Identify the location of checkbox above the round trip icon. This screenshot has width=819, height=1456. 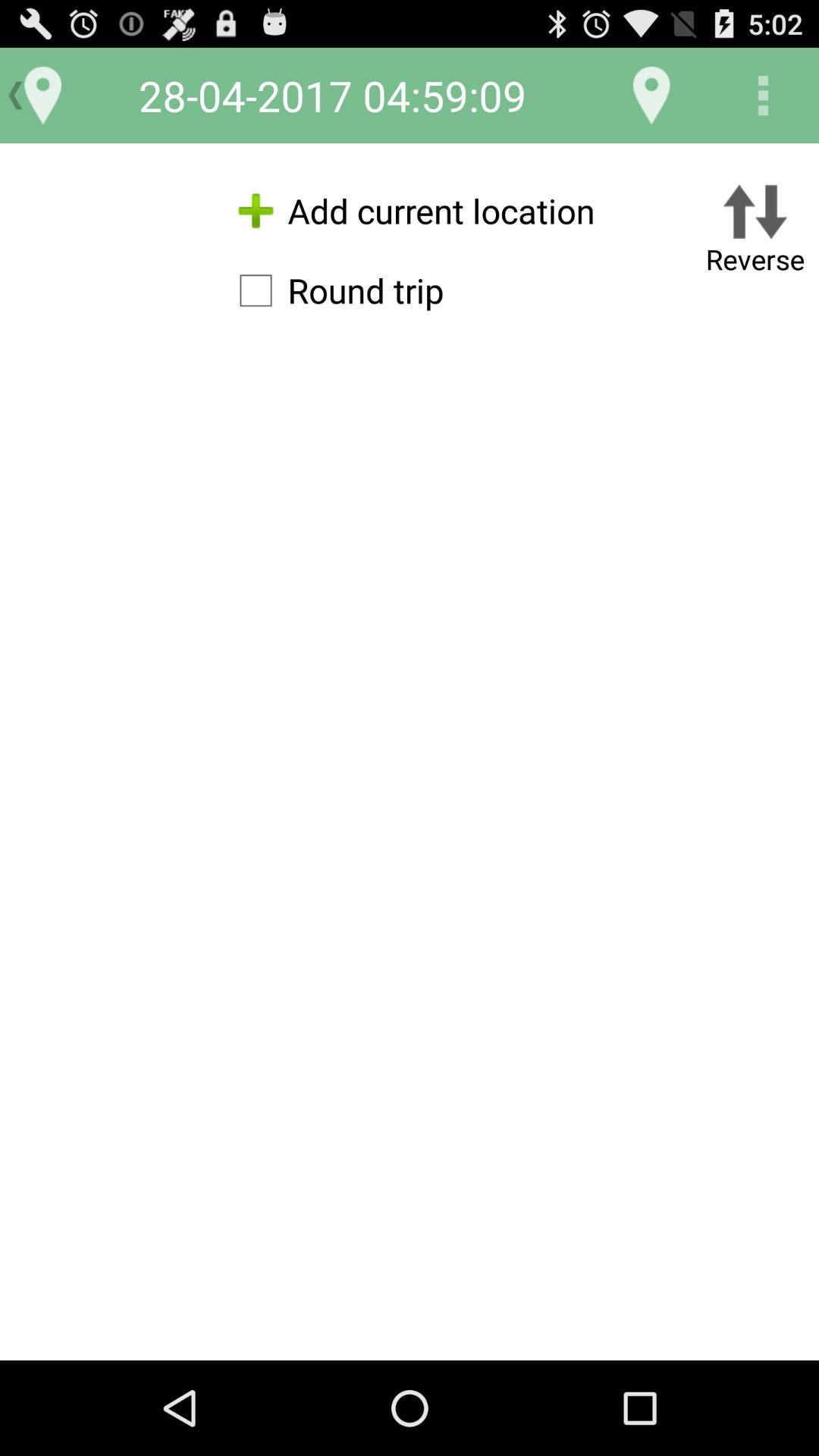
(409, 210).